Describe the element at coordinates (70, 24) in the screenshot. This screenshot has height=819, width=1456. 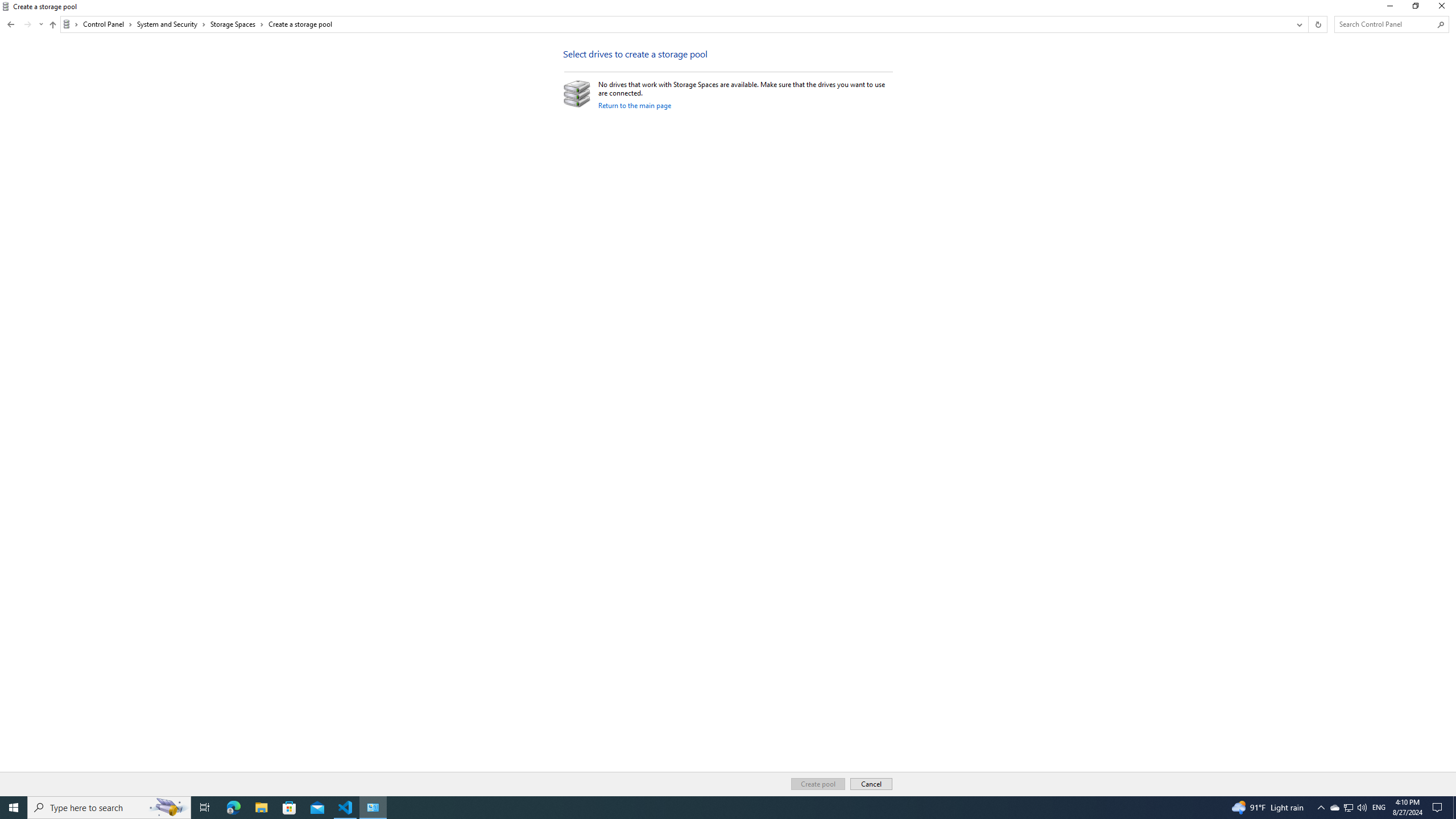
I see `'All locations'` at that location.